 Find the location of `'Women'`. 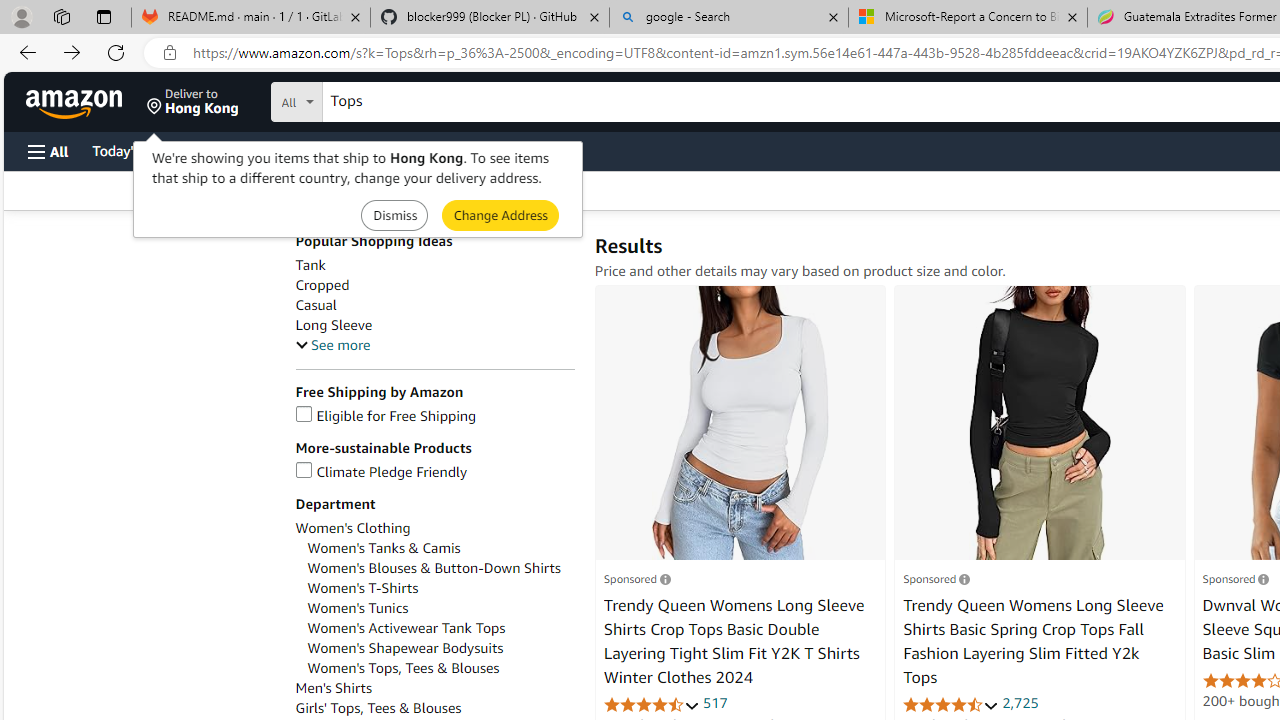

'Women' is located at coordinates (439, 568).